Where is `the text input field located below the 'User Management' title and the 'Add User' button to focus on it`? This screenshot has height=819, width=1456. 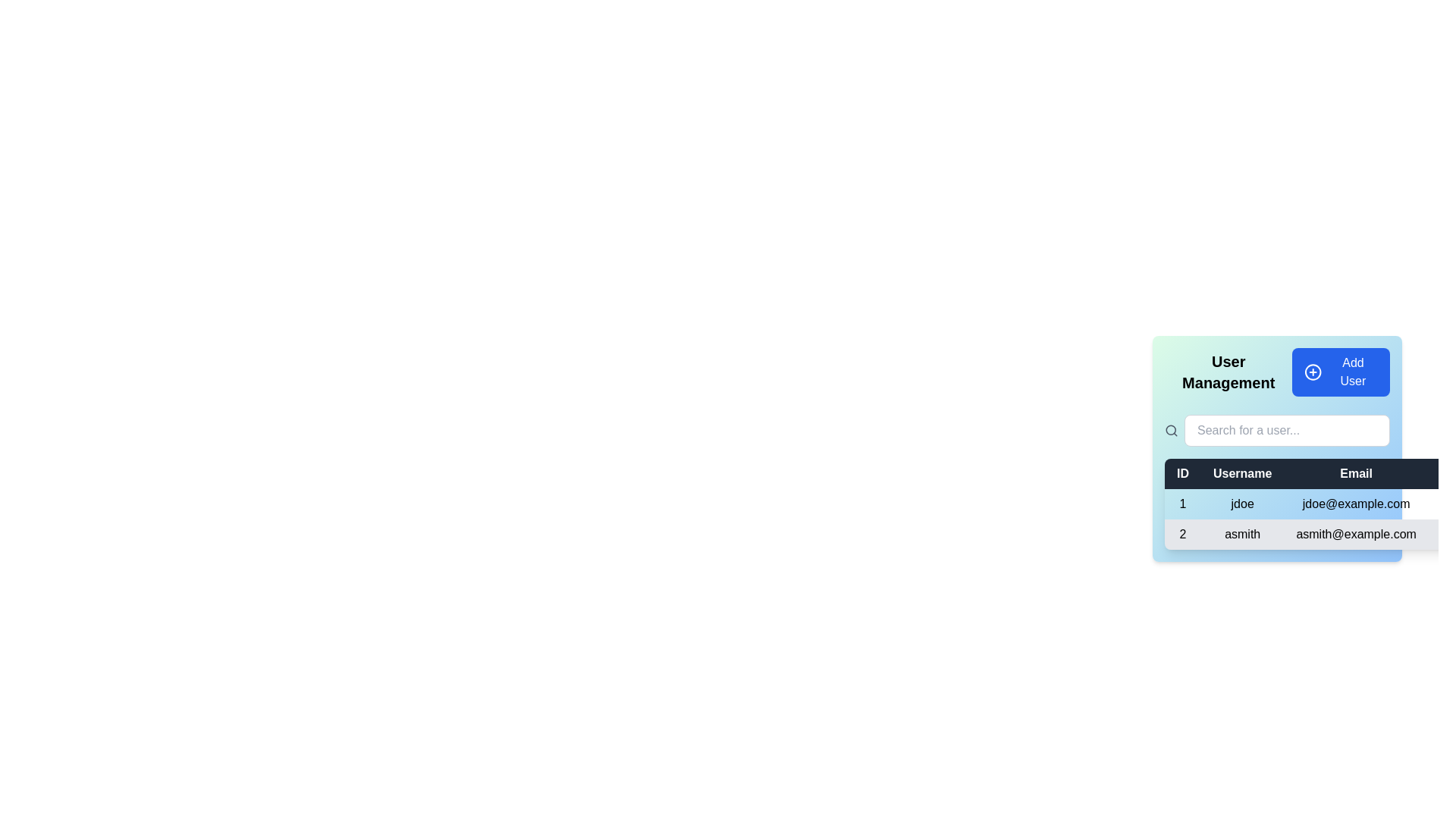
the text input field located below the 'User Management' title and the 'Add User' button to focus on it is located at coordinates (1276, 436).